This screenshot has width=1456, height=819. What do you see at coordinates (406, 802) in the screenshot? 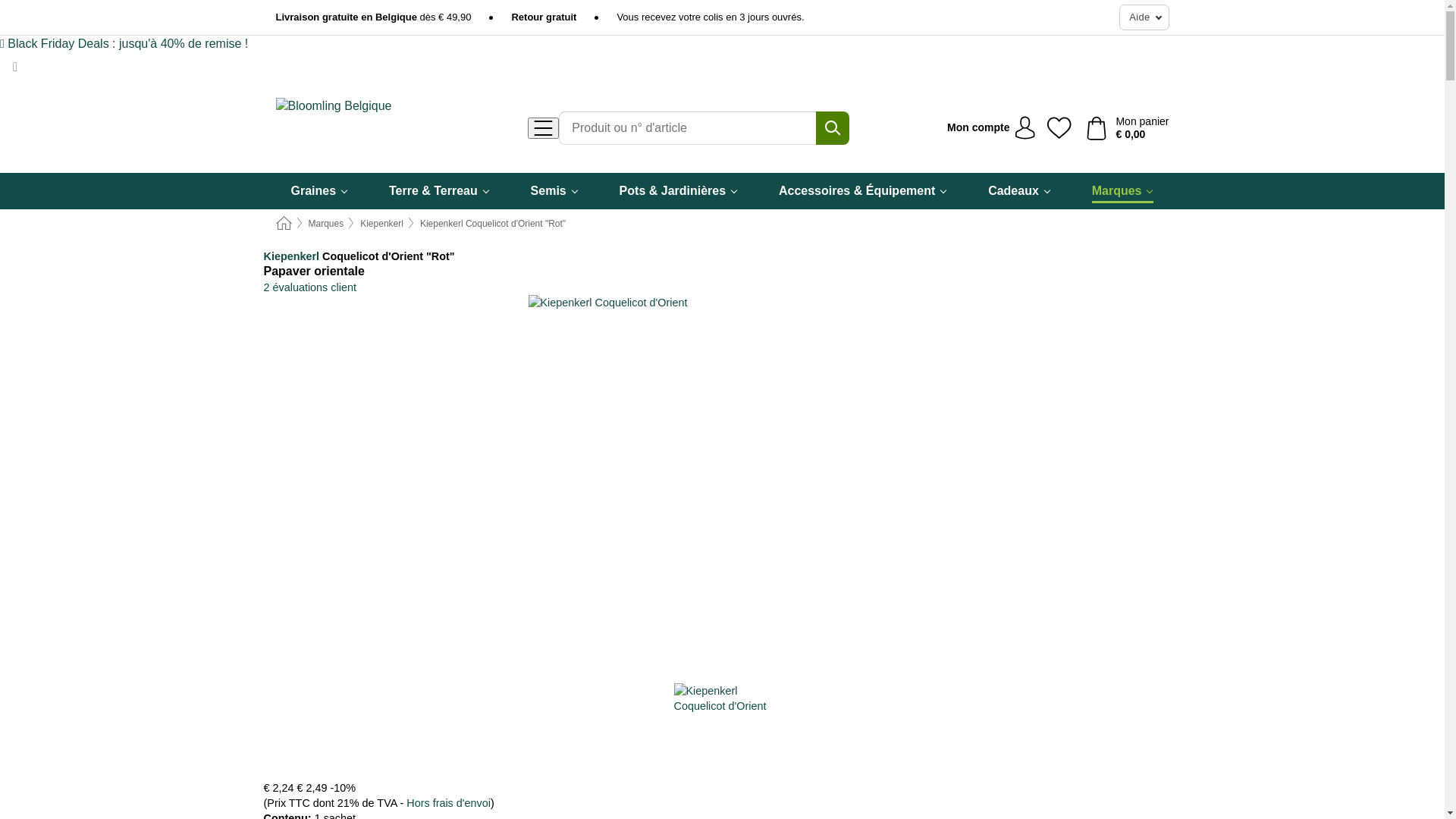
I see `'Hors frais d'envoi'` at bounding box center [406, 802].